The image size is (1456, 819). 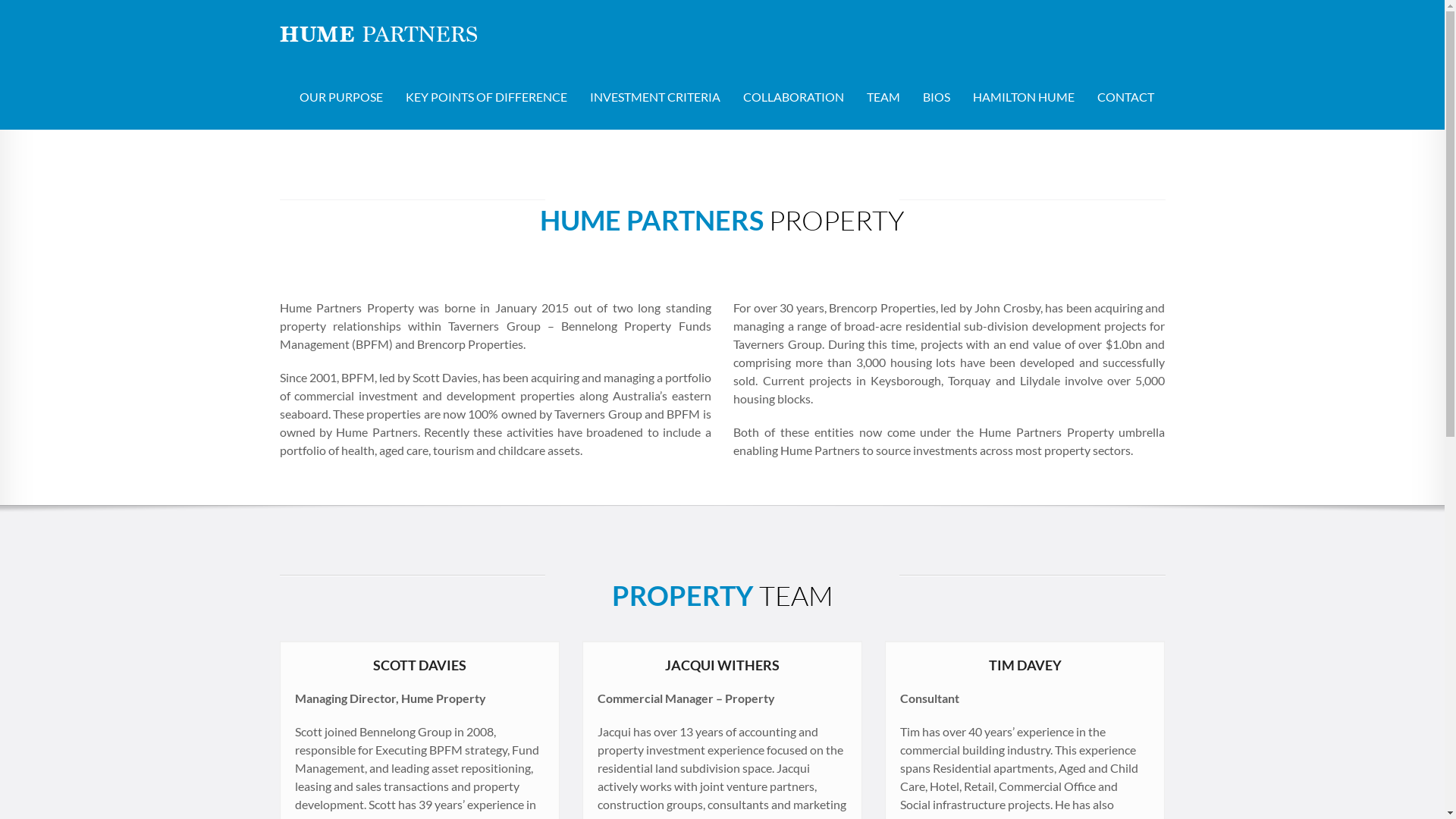 I want to click on 'HAMILTON HUME', so click(x=960, y=96).